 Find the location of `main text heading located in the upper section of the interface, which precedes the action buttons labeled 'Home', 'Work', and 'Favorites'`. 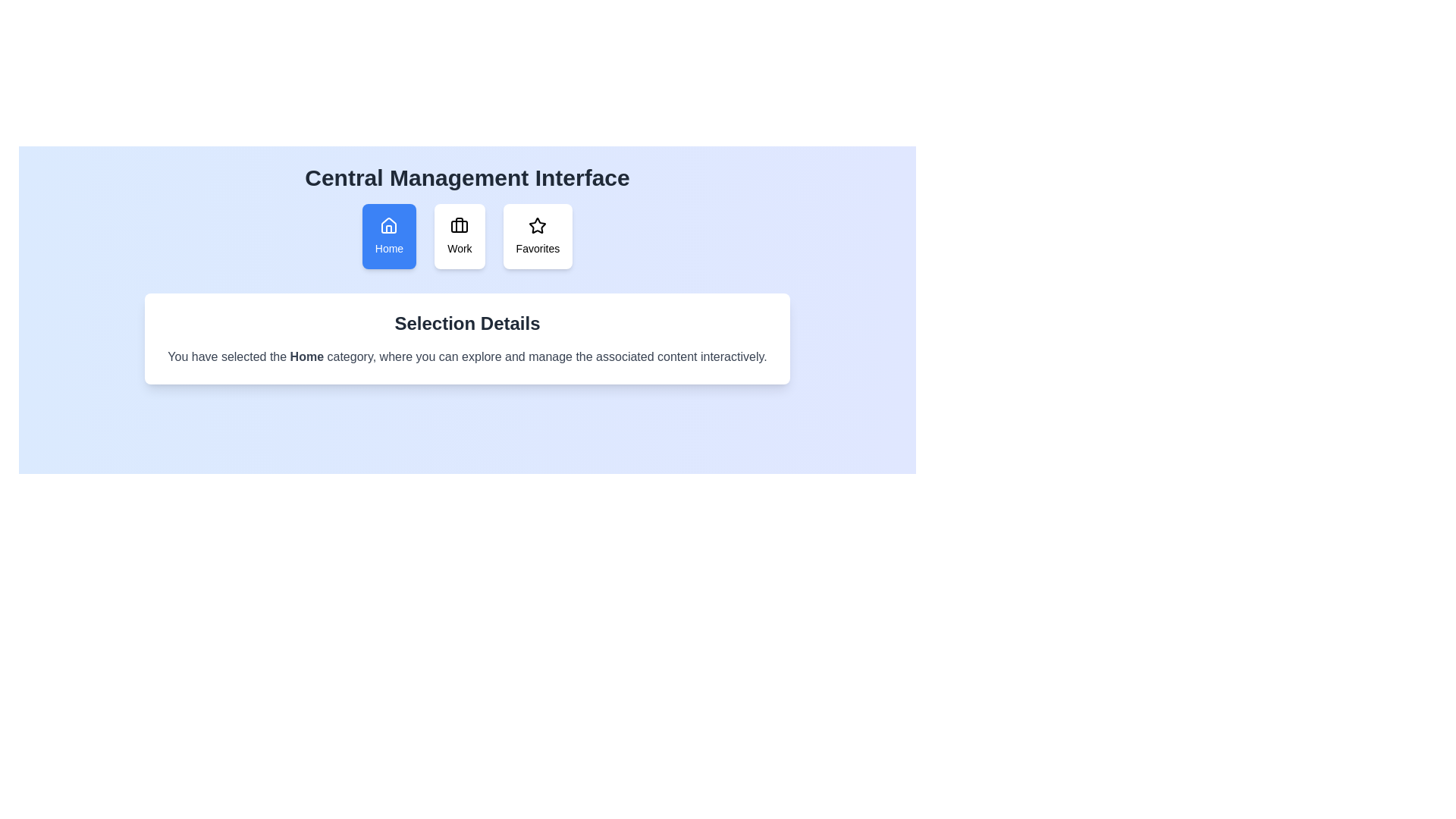

main text heading located in the upper section of the interface, which precedes the action buttons labeled 'Home', 'Work', and 'Favorites' is located at coordinates (466, 177).